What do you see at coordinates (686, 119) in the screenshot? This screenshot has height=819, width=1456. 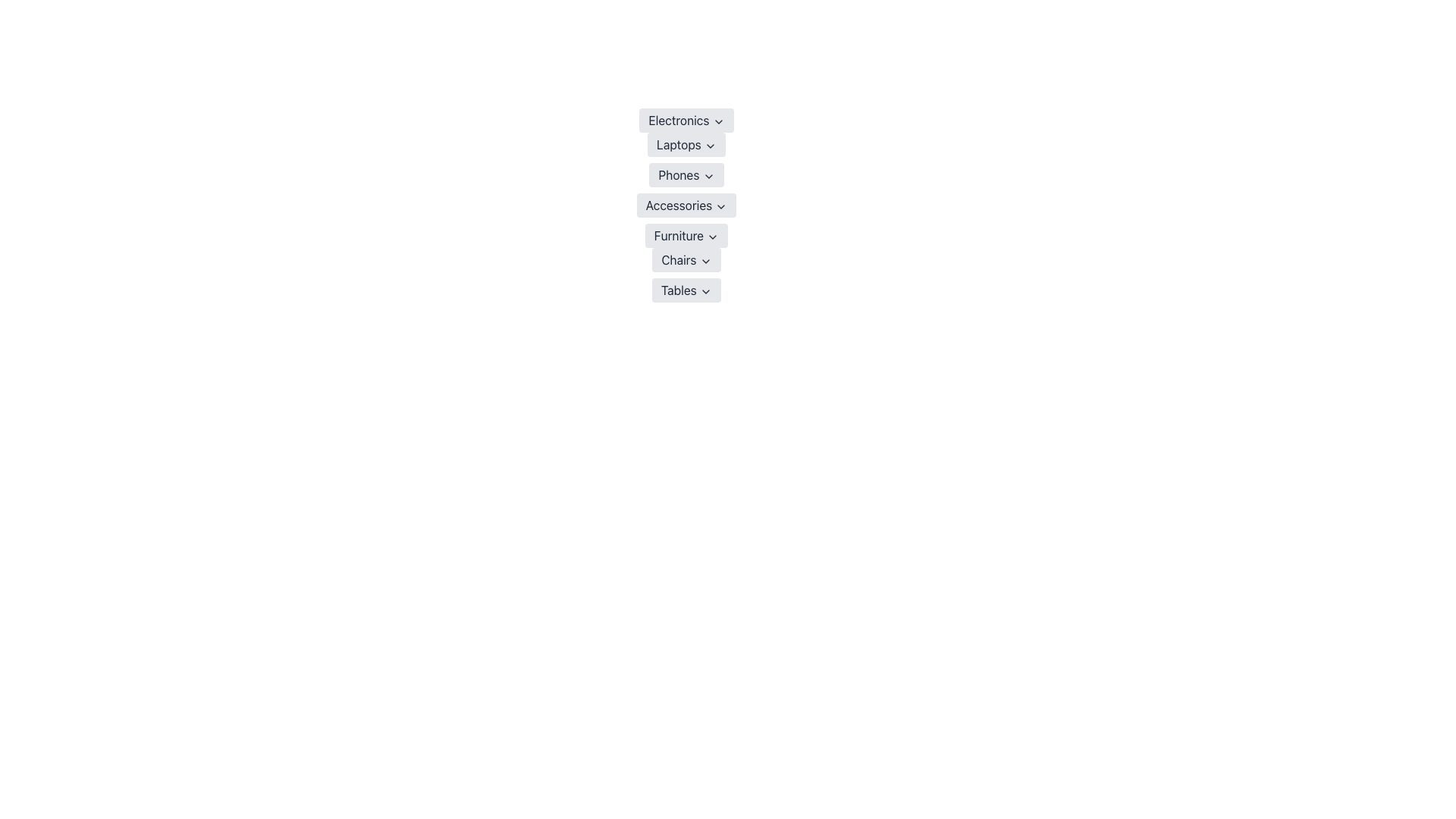 I see `the 'Electronics' dropdown button, which has a light gray background and a dark gray font` at bounding box center [686, 119].